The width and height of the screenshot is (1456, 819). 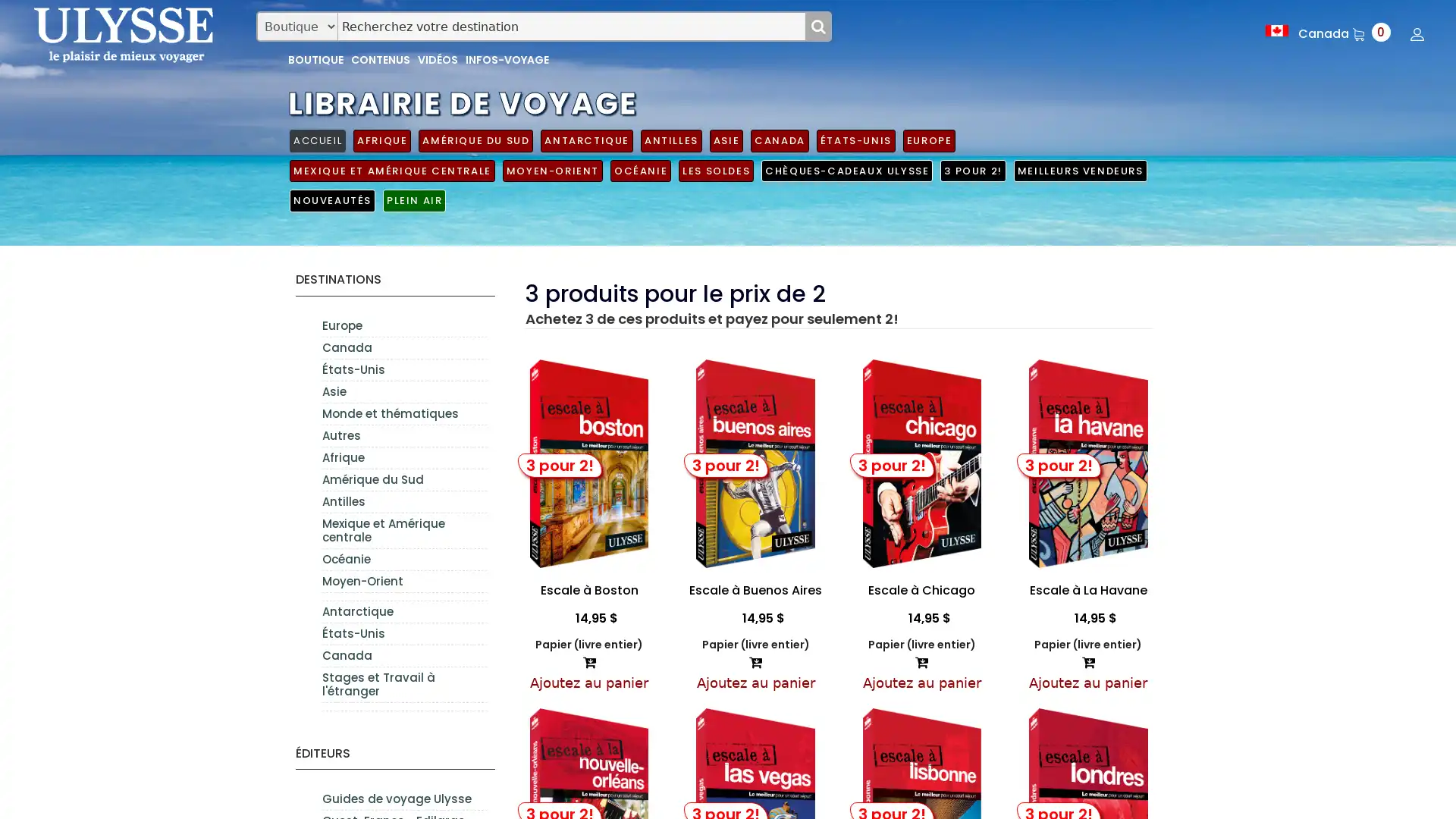 I want to click on ETATS-UNIS, so click(x=855, y=140).